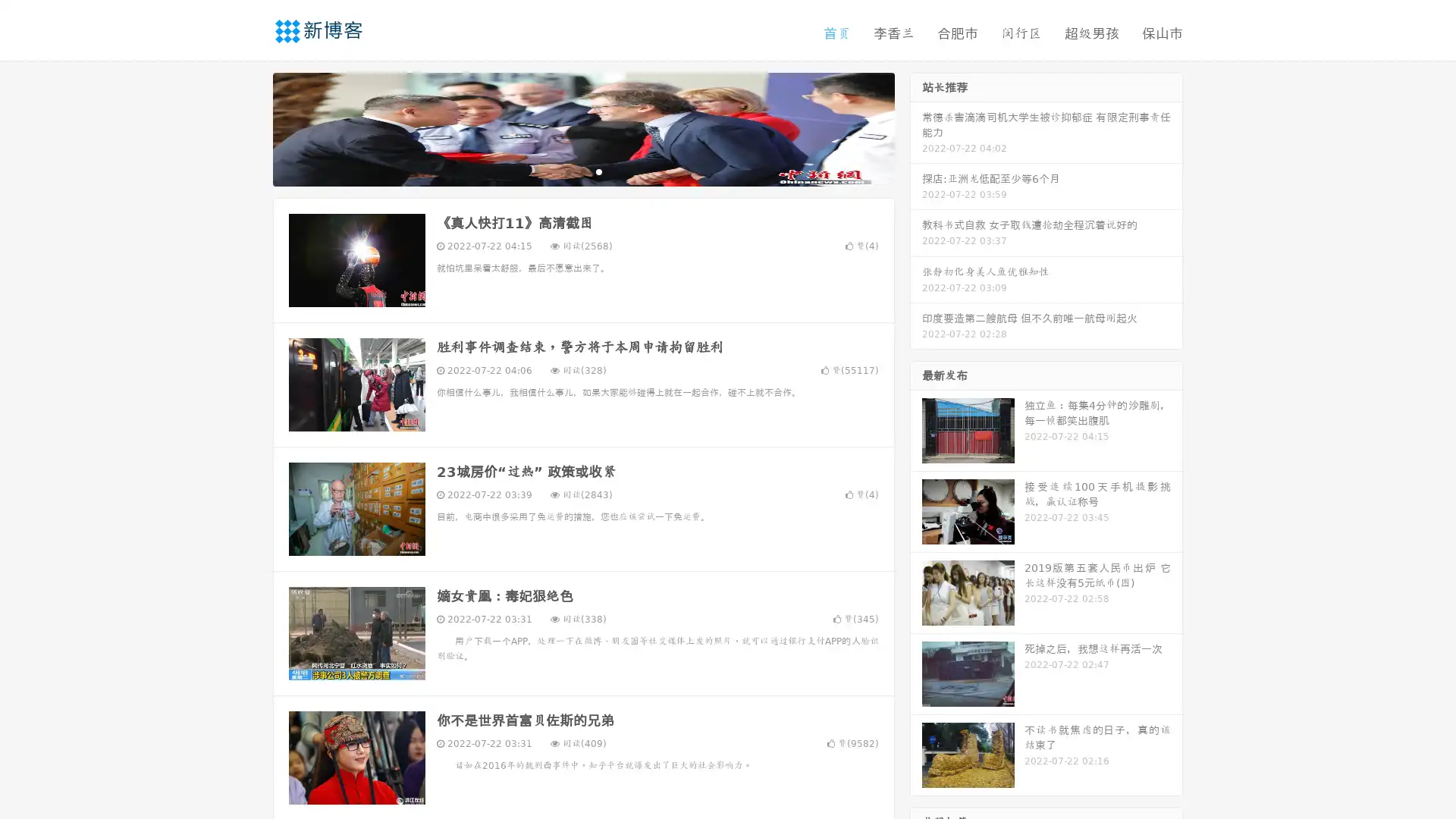 The image size is (1456, 819). Describe the element at coordinates (598, 171) in the screenshot. I see `Go to slide 3` at that location.